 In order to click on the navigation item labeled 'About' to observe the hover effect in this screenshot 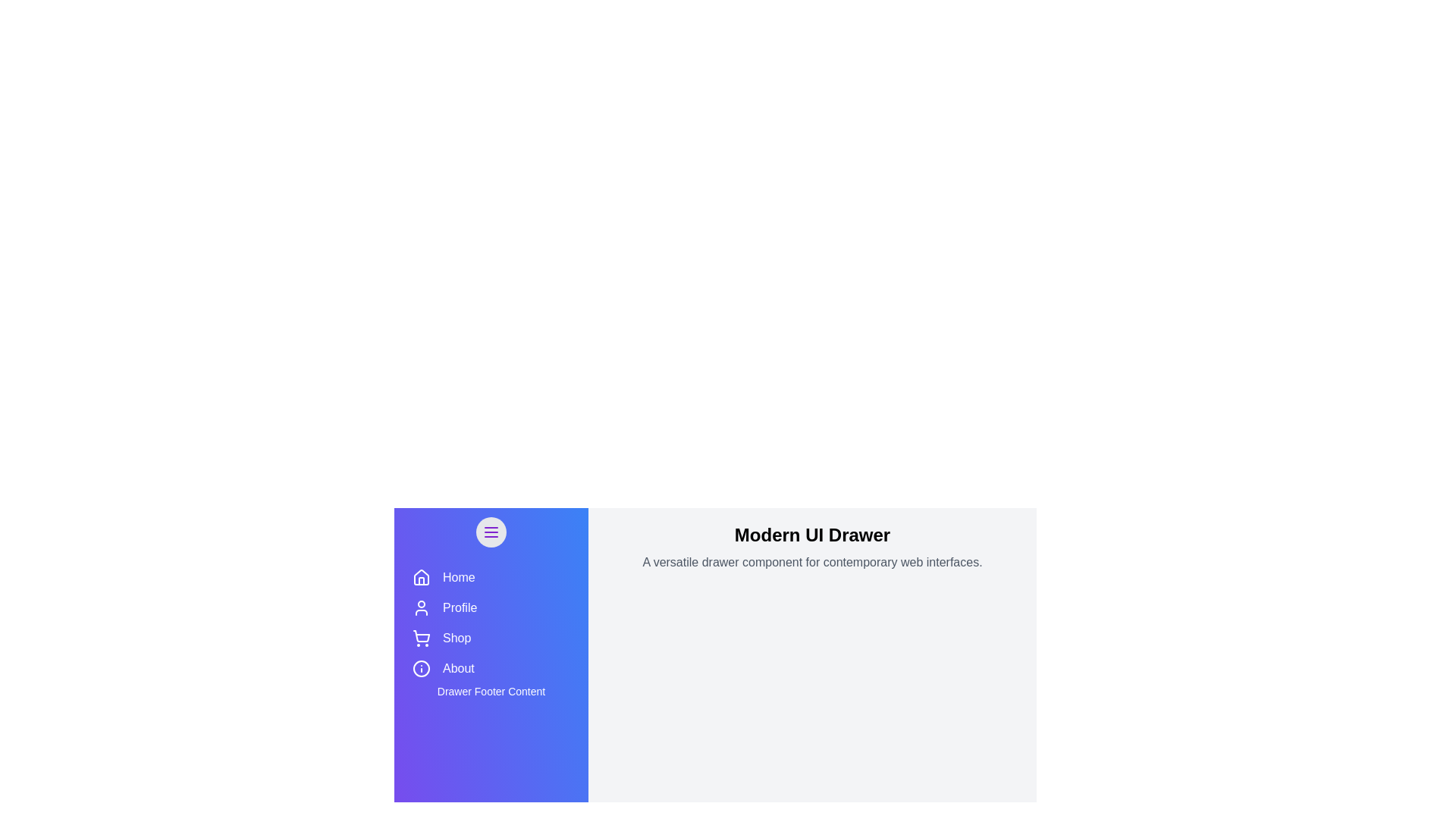, I will do `click(491, 668)`.